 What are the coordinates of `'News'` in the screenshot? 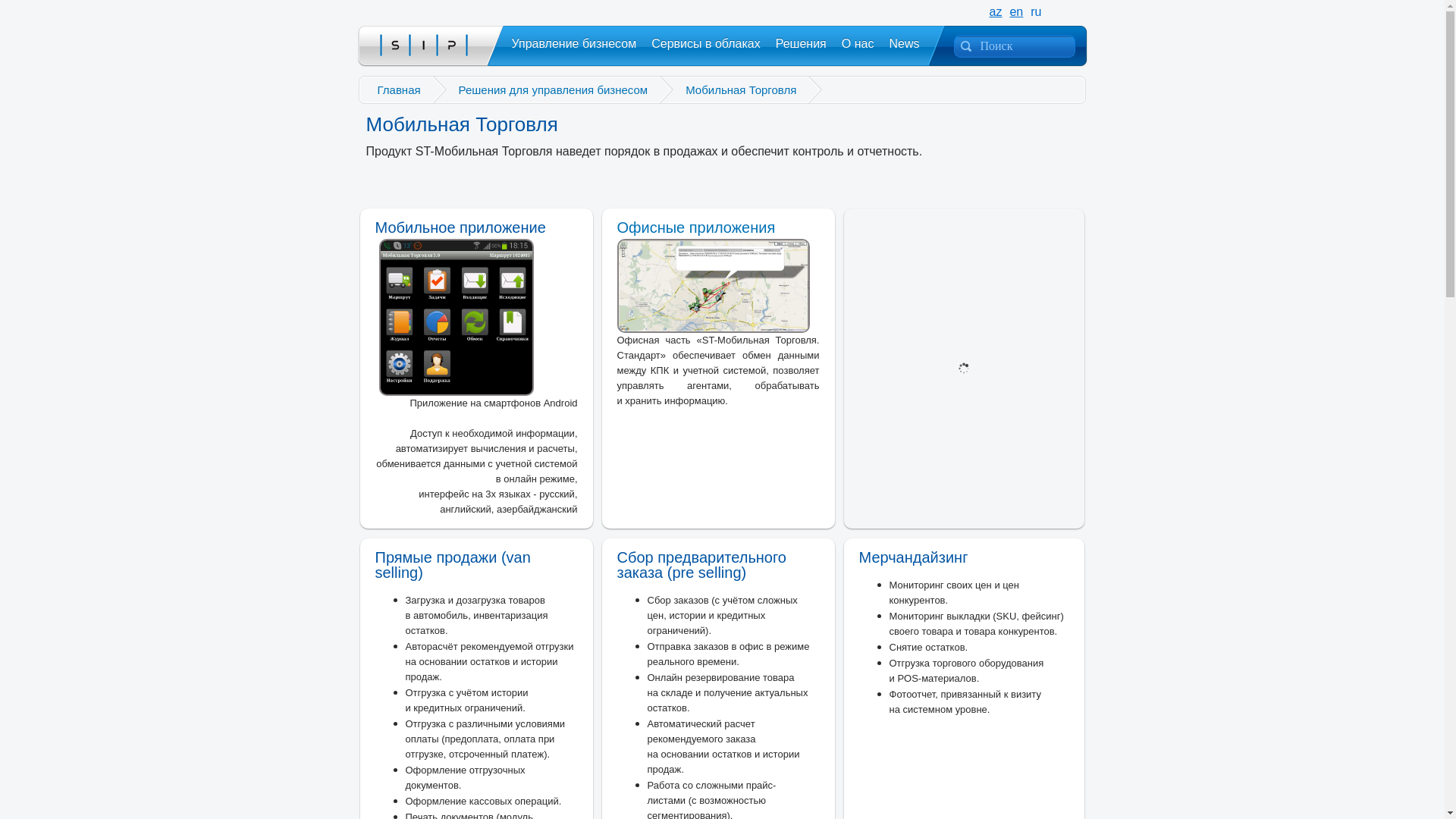 It's located at (903, 42).